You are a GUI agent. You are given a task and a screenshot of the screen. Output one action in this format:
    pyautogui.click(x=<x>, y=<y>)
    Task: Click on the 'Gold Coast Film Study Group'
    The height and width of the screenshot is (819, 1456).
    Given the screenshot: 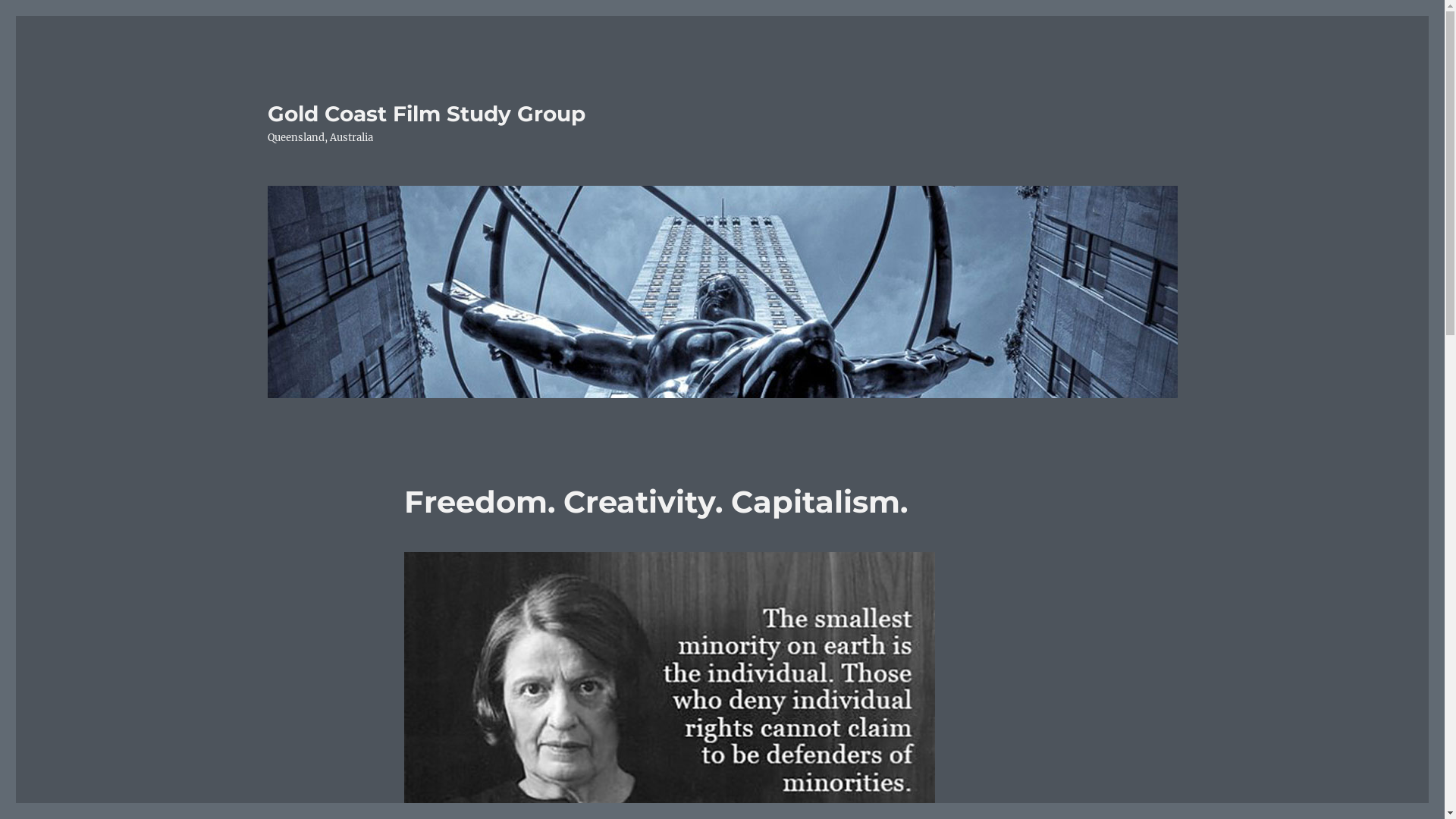 What is the action you would take?
    pyautogui.click(x=425, y=113)
    